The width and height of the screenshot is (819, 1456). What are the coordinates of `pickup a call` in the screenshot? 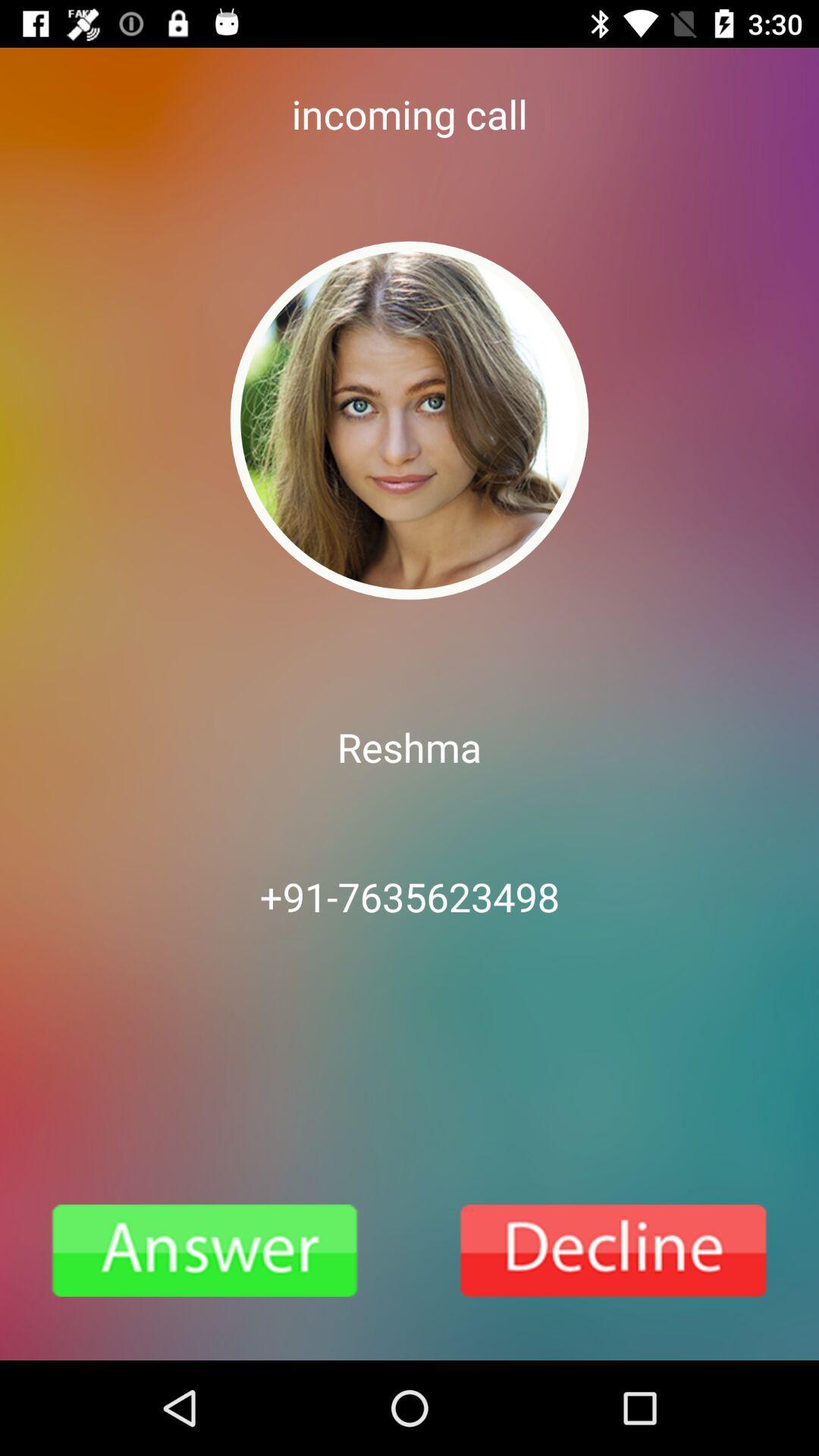 It's located at (205, 1250).